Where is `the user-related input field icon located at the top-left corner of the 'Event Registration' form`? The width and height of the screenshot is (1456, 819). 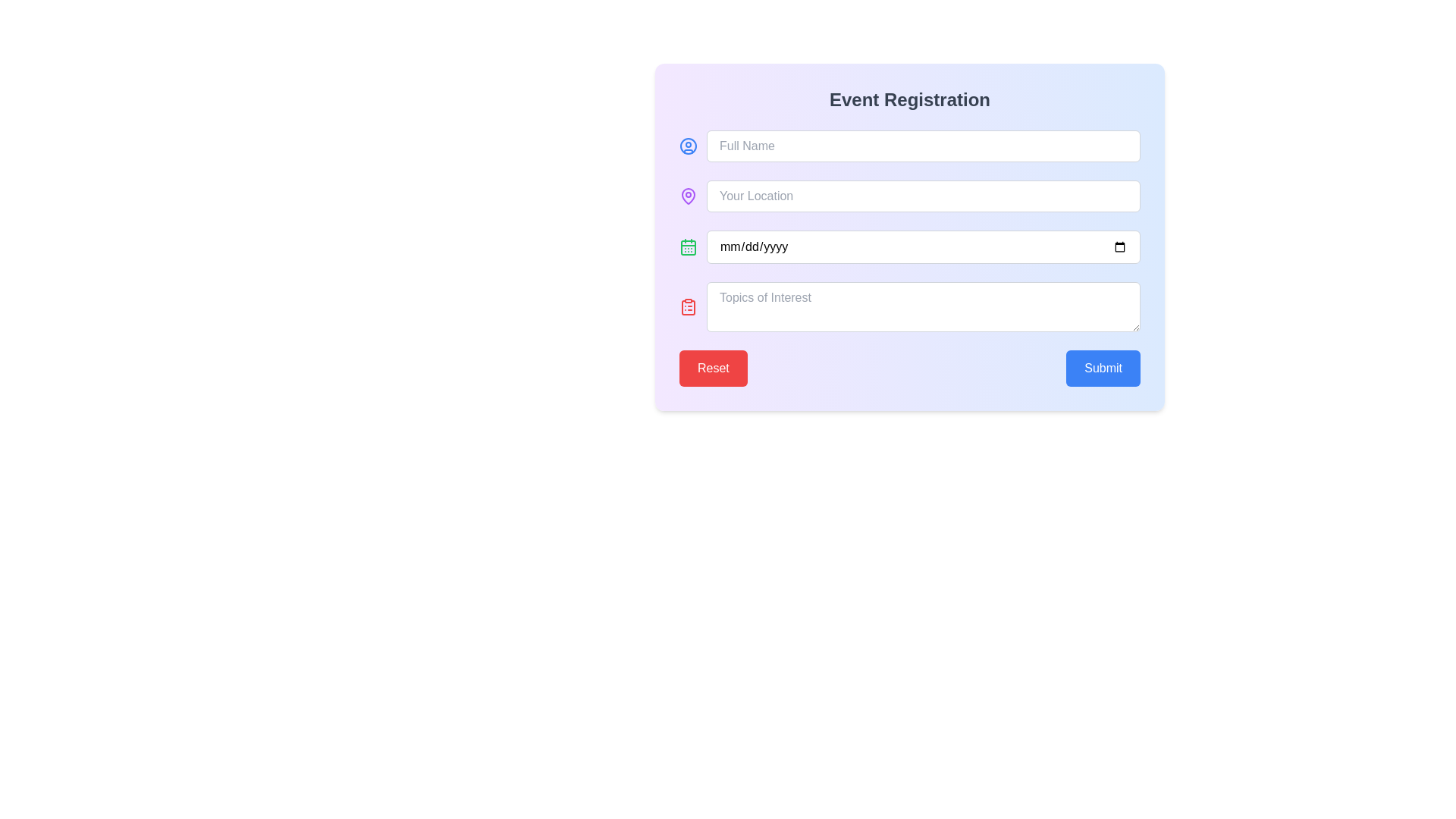
the user-related input field icon located at the top-left corner of the 'Event Registration' form is located at coordinates (687, 146).